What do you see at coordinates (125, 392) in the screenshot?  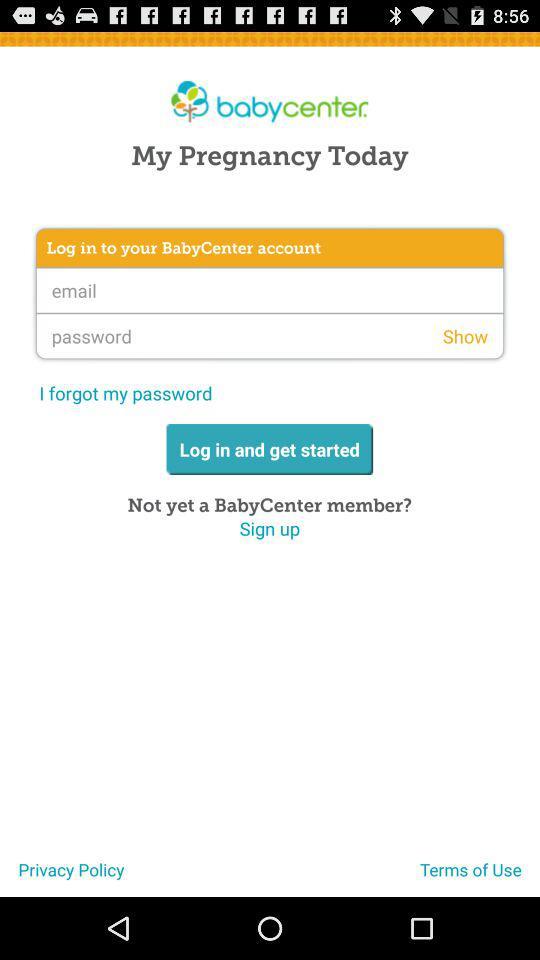 I see `the i forgot my icon` at bounding box center [125, 392].